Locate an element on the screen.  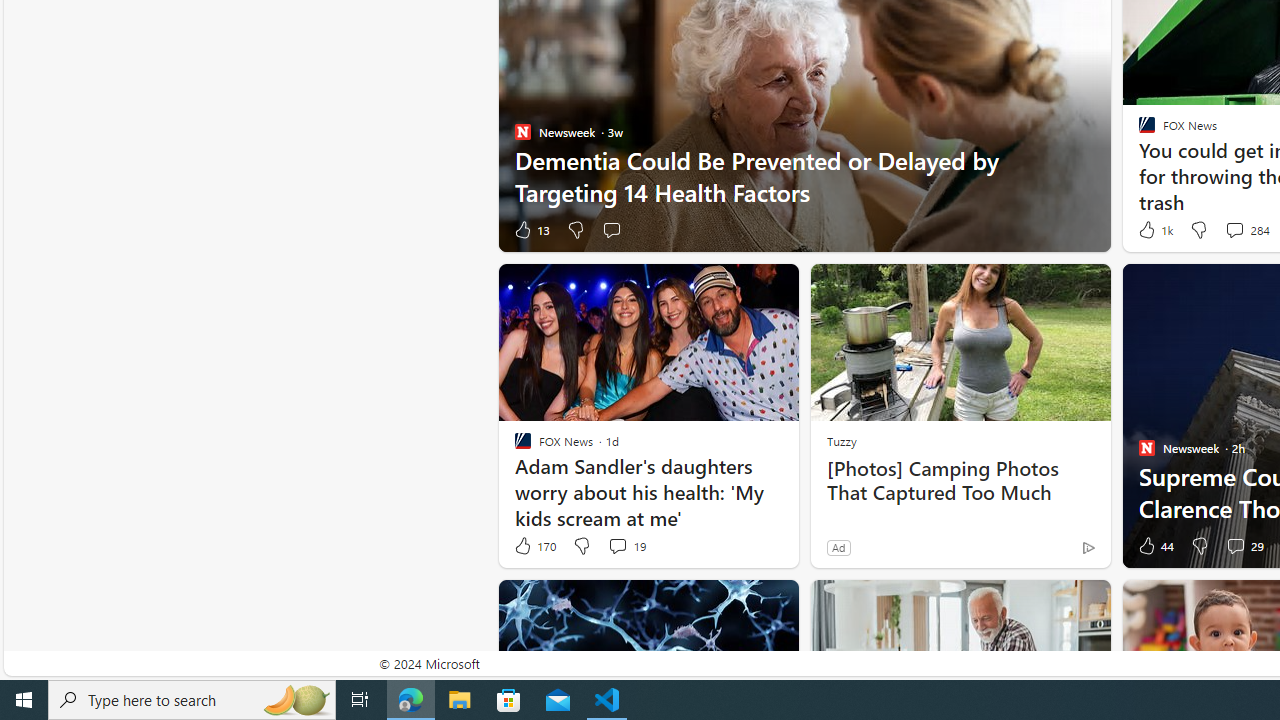
'View comments 29 Comment' is located at coordinates (1234, 545).